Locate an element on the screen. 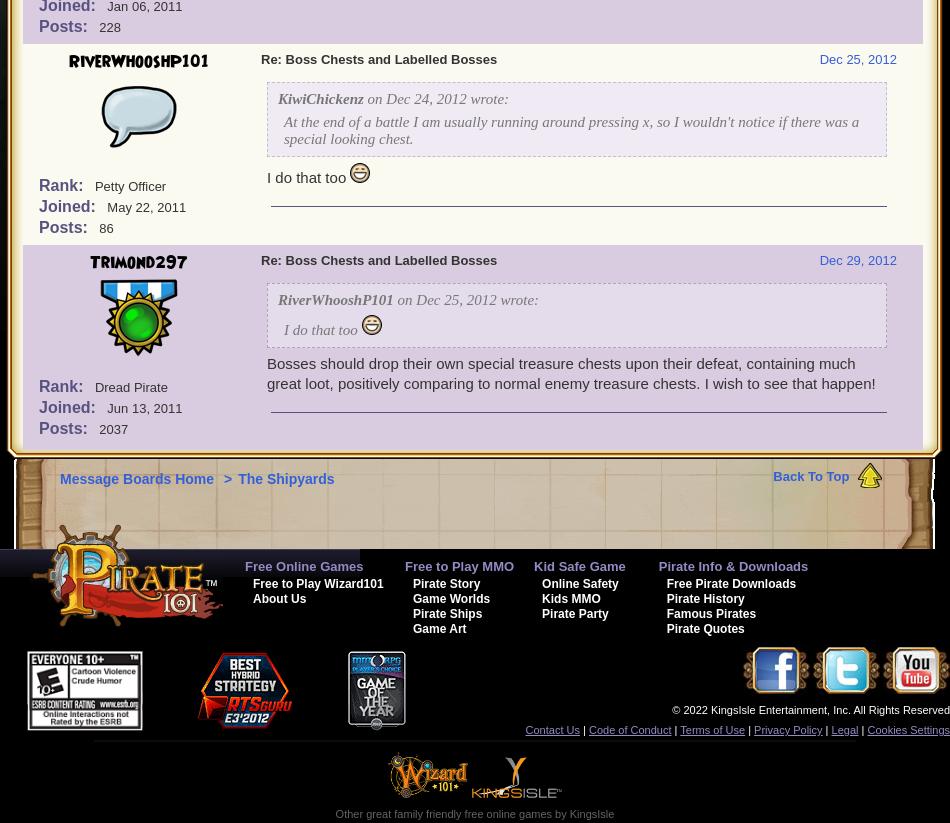 Image resolution: width=950 pixels, height=823 pixels. 'Legal' is located at coordinates (829, 730).